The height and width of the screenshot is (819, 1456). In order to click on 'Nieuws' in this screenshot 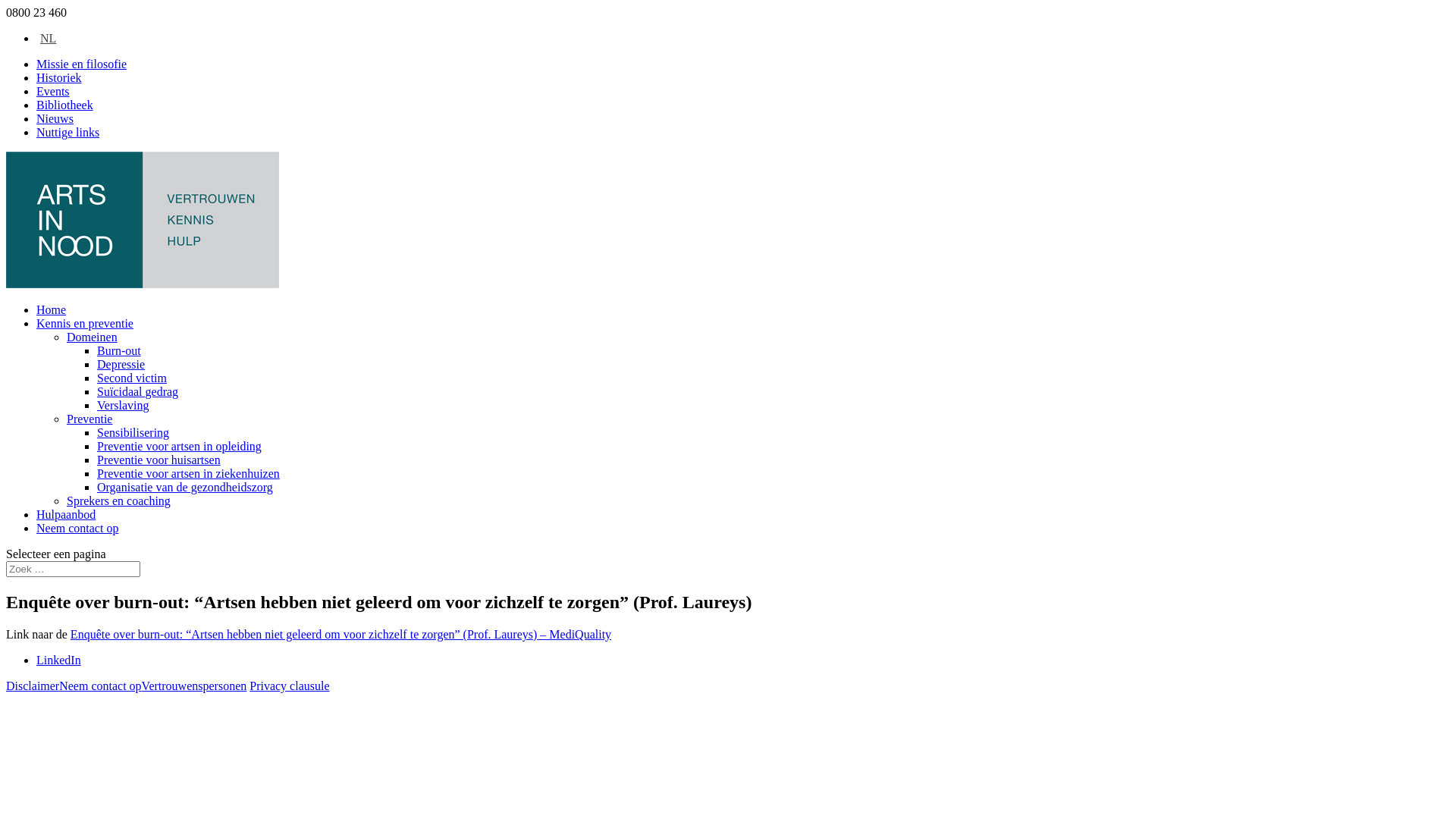, I will do `click(55, 118)`.